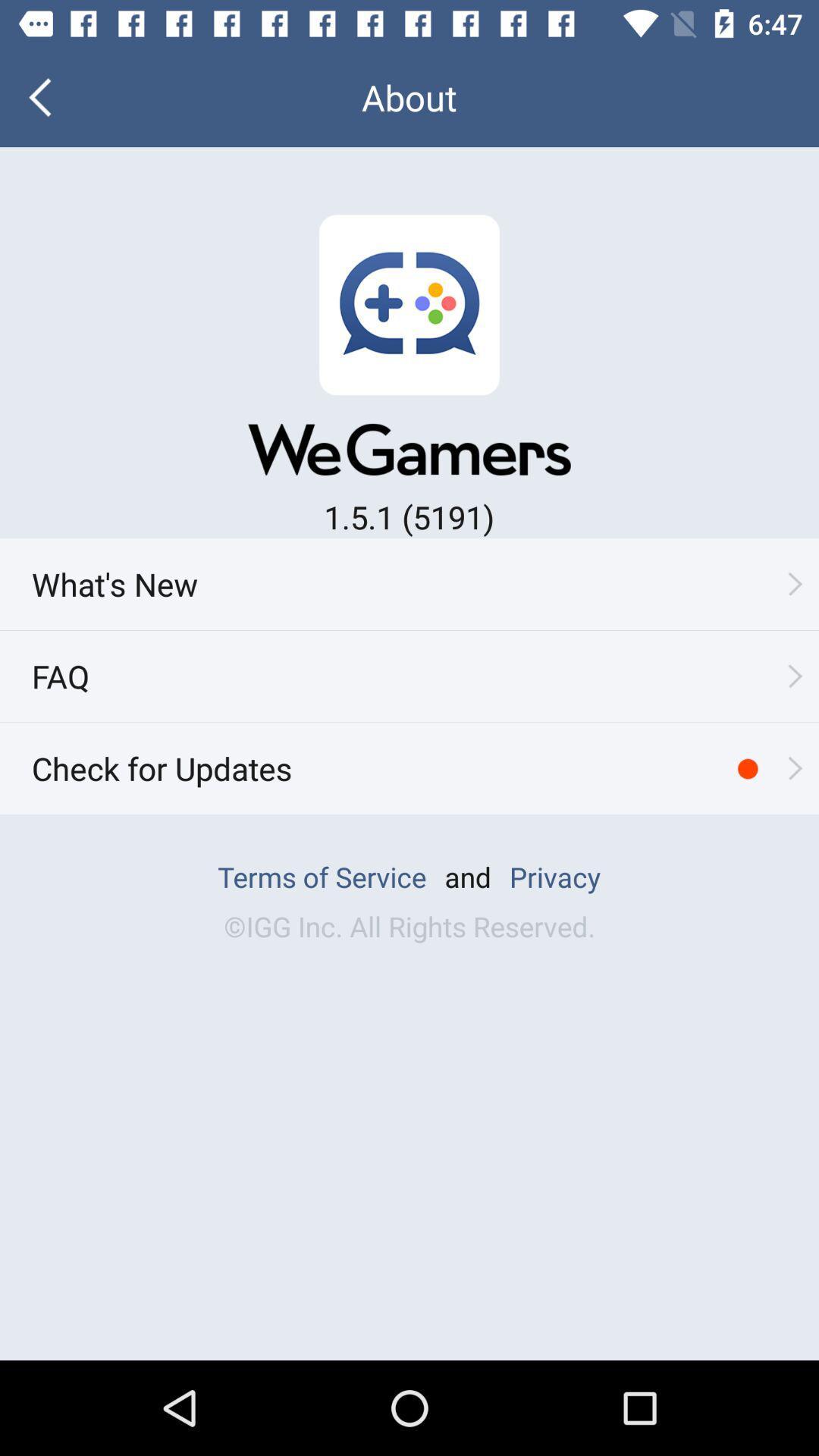 The width and height of the screenshot is (819, 1456). Describe the element at coordinates (555, 877) in the screenshot. I see `privacy which is at bottom of the page` at that location.